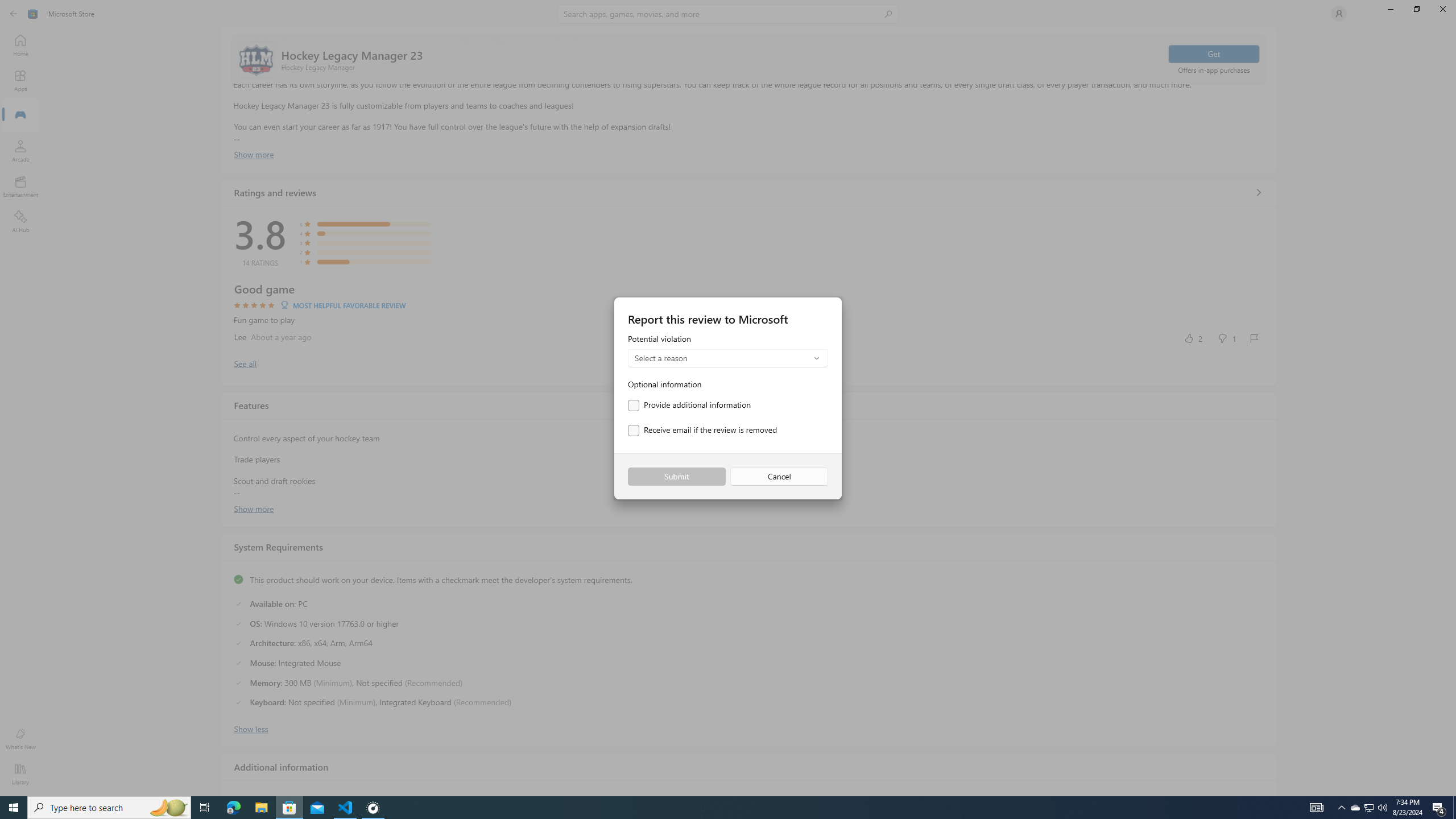 This screenshot has height=819, width=1456. What do you see at coordinates (1226, 337) in the screenshot?
I see `'No, this was not helpful. 1 votes.'` at bounding box center [1226, 337].